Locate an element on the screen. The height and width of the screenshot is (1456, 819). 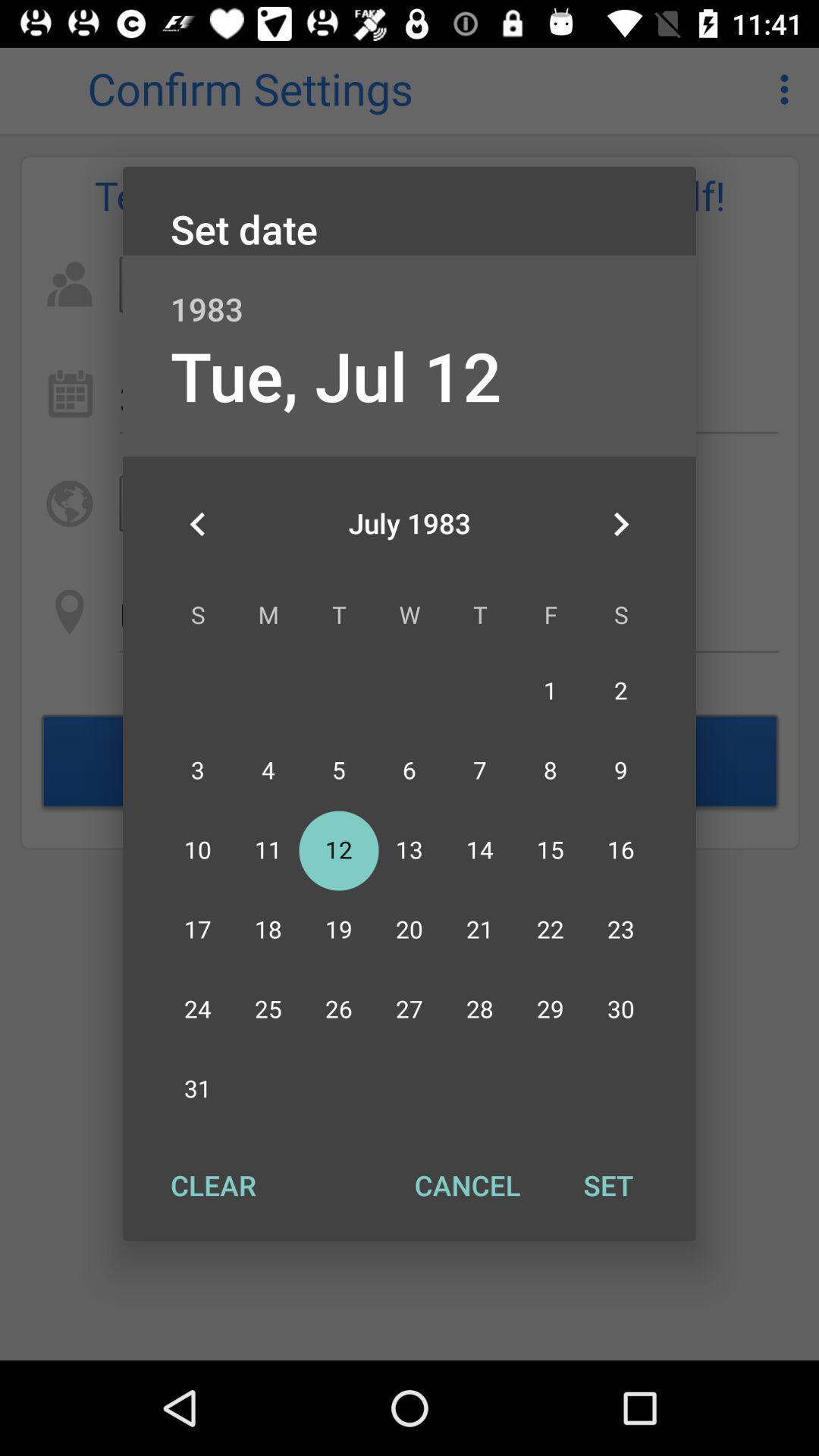
the clear at the bottom left corner is located at coordinates (213, 1185).